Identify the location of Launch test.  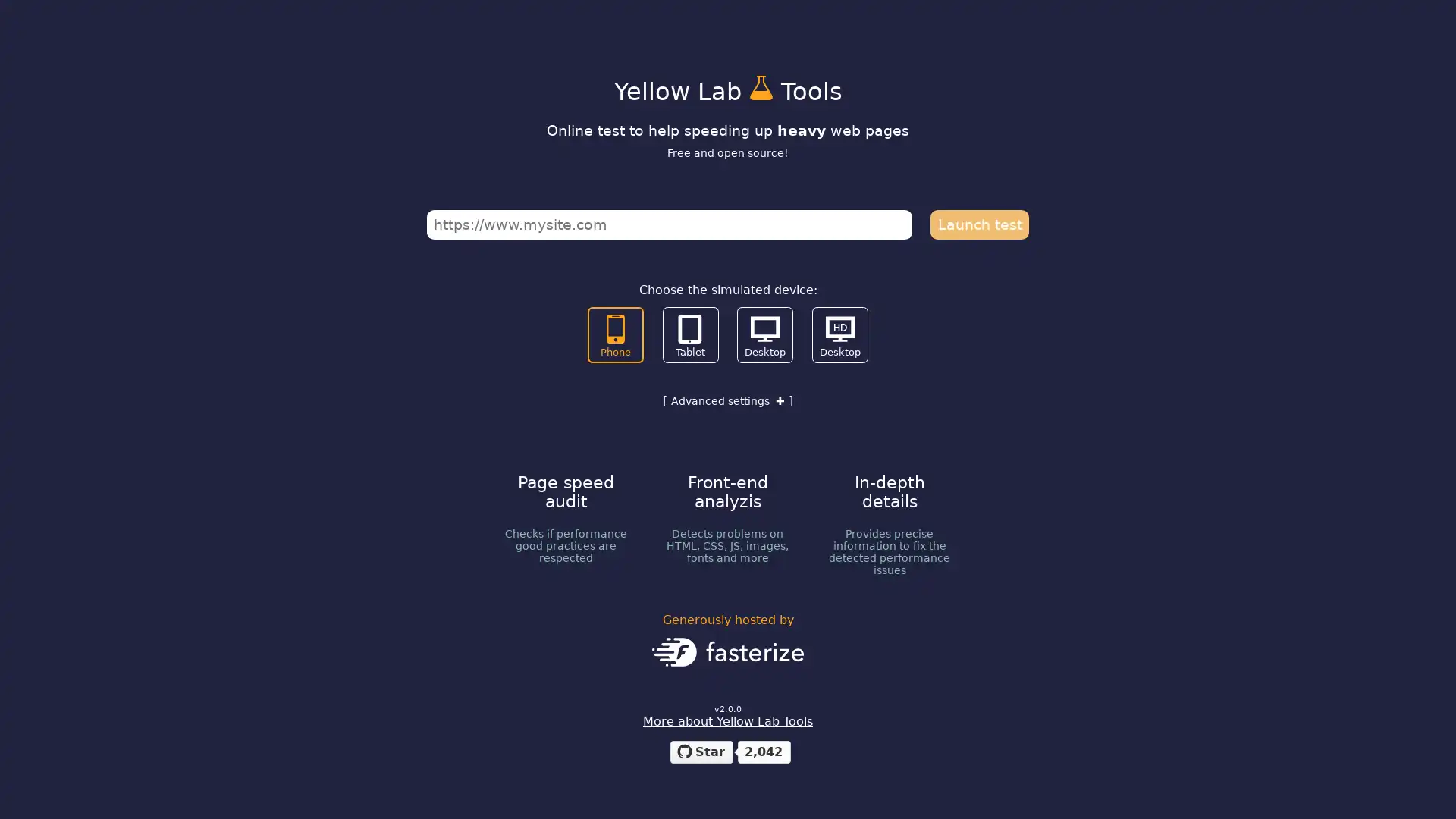
(979, 224).